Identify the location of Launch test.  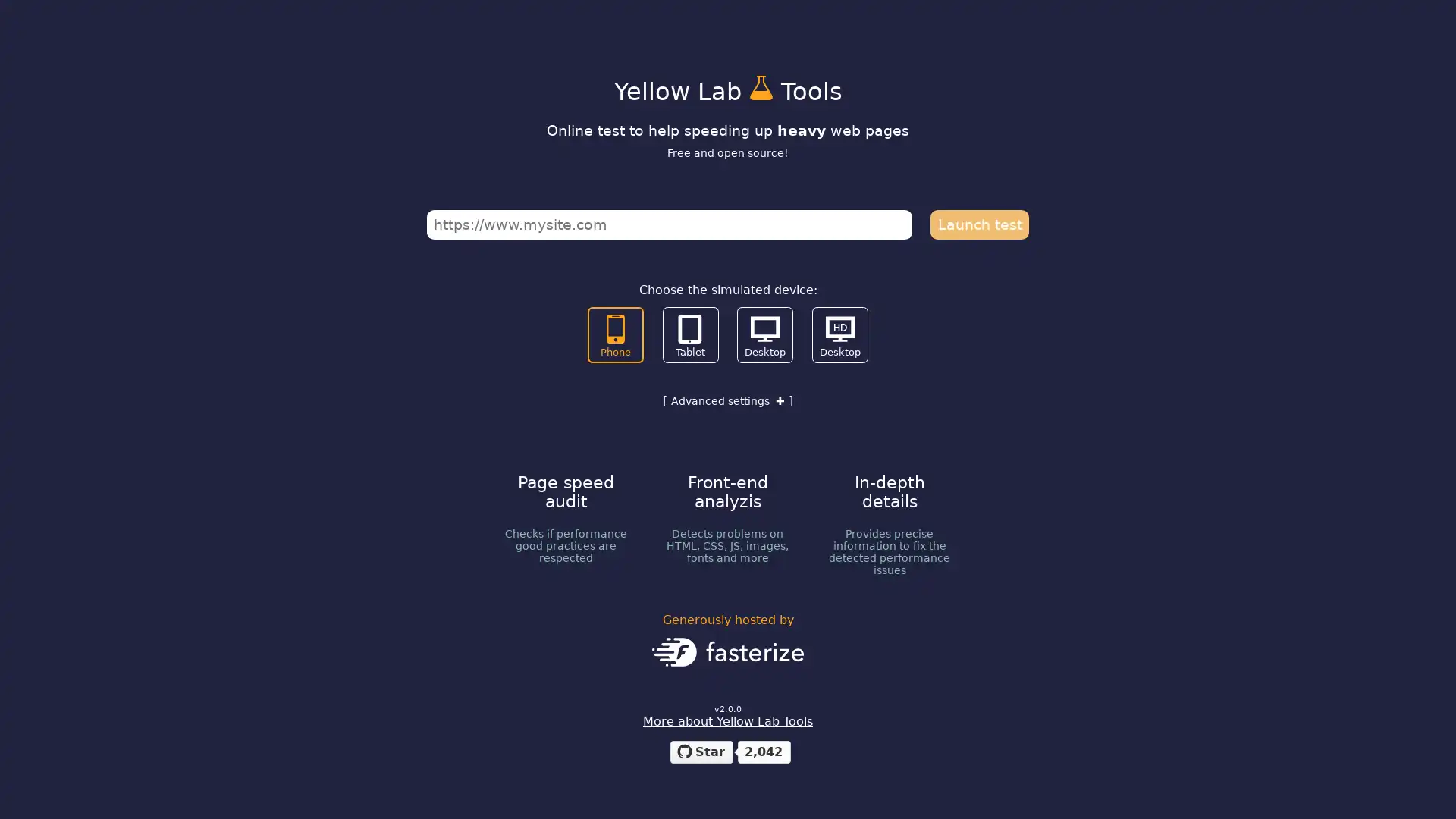
(979, 224).